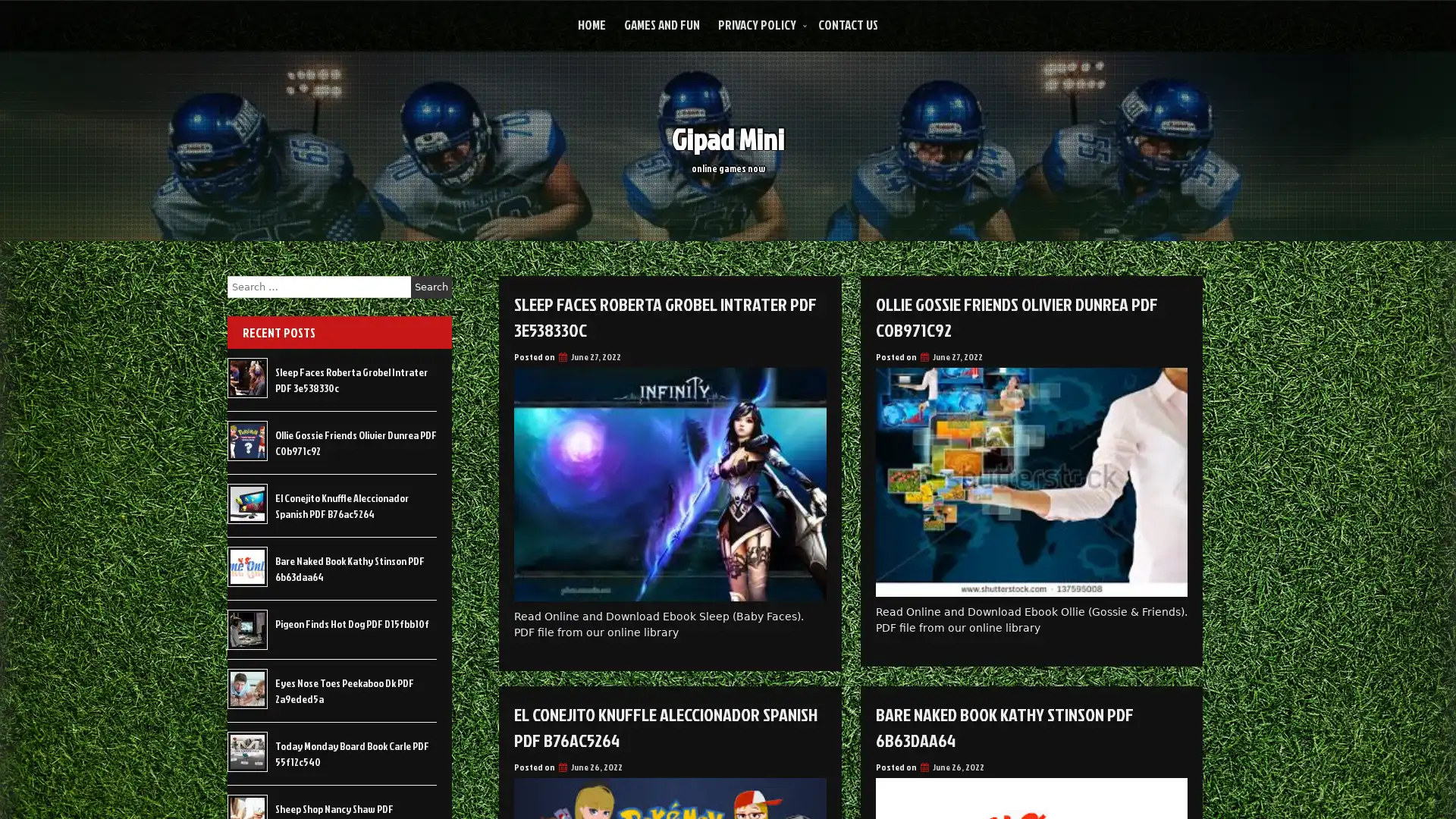 The width and height of the screenshot is (1456, 819). I want to click on Search, so click(431, 287).